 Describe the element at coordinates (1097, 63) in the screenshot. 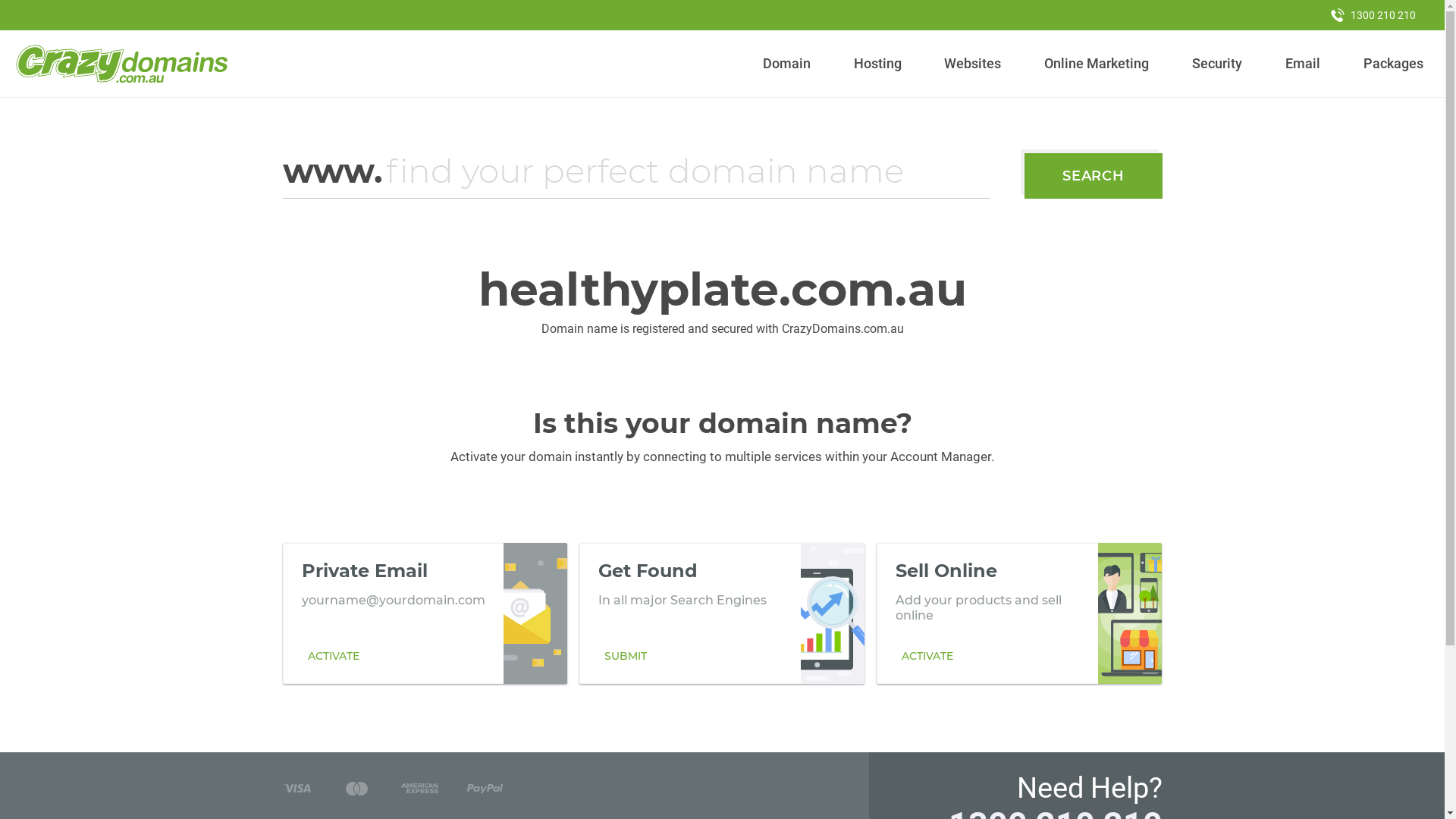

I see `'Online Marketing'` at that location.